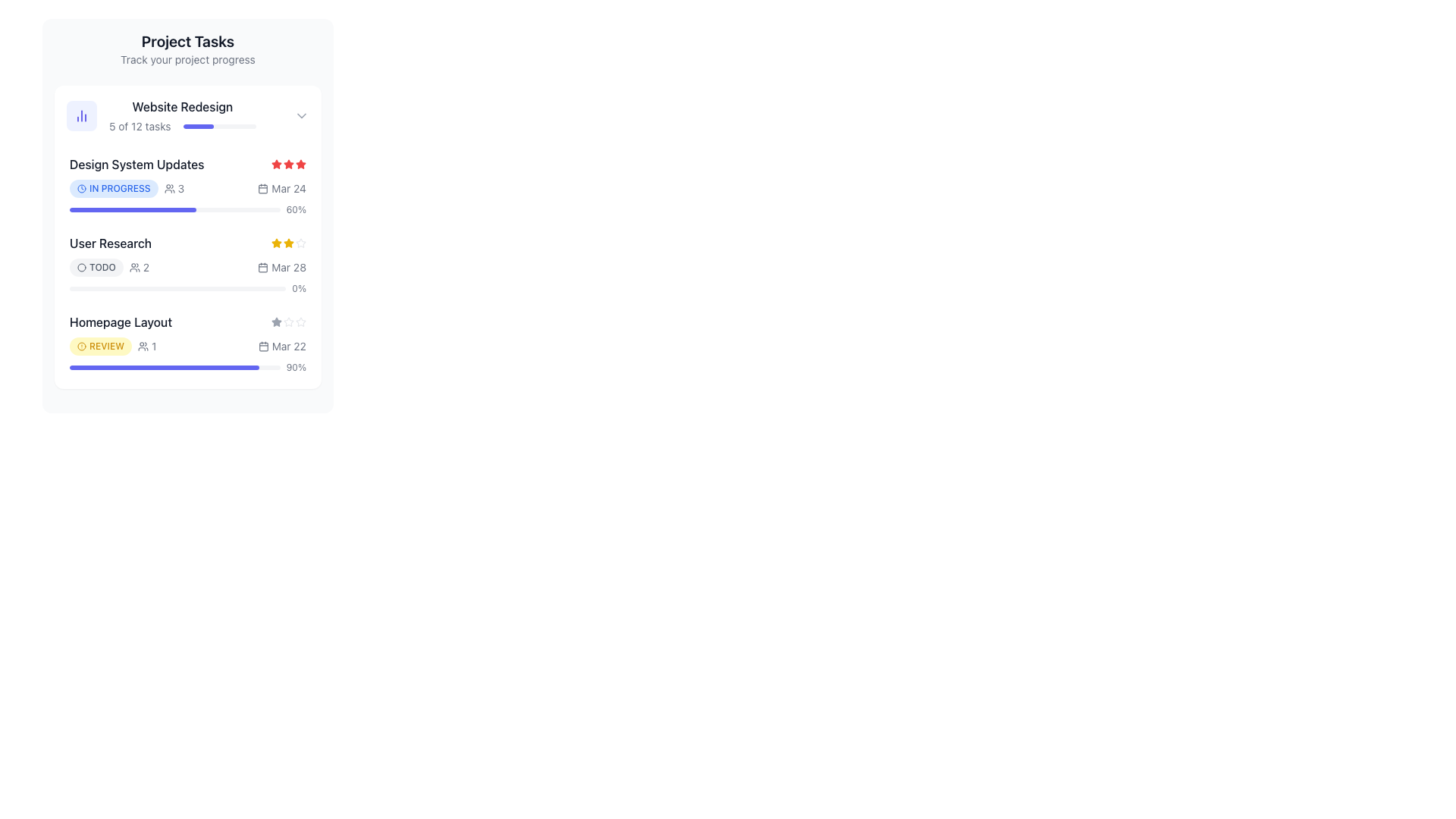 The height and width of the screenshot is (819, 1456). Describe the element at coordinates (169, 188) in the screenshot. I see `the user icon that represents the count of users involved in the 'Design System Updates' section of the task list, located to the left of the user count number` at that location.